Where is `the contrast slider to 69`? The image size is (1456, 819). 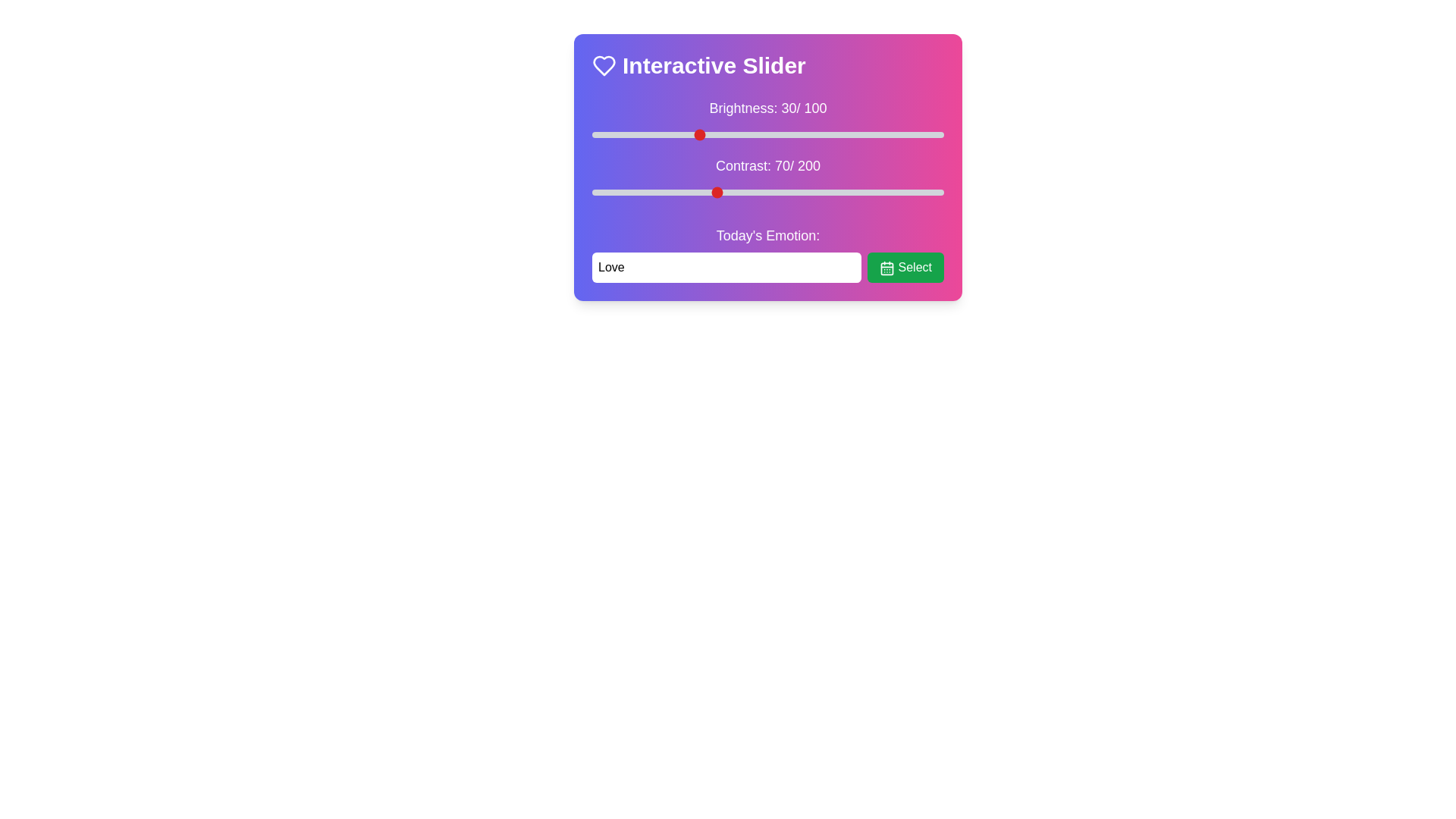
the contrast slider to 69 is located at coordinates (712, 192).